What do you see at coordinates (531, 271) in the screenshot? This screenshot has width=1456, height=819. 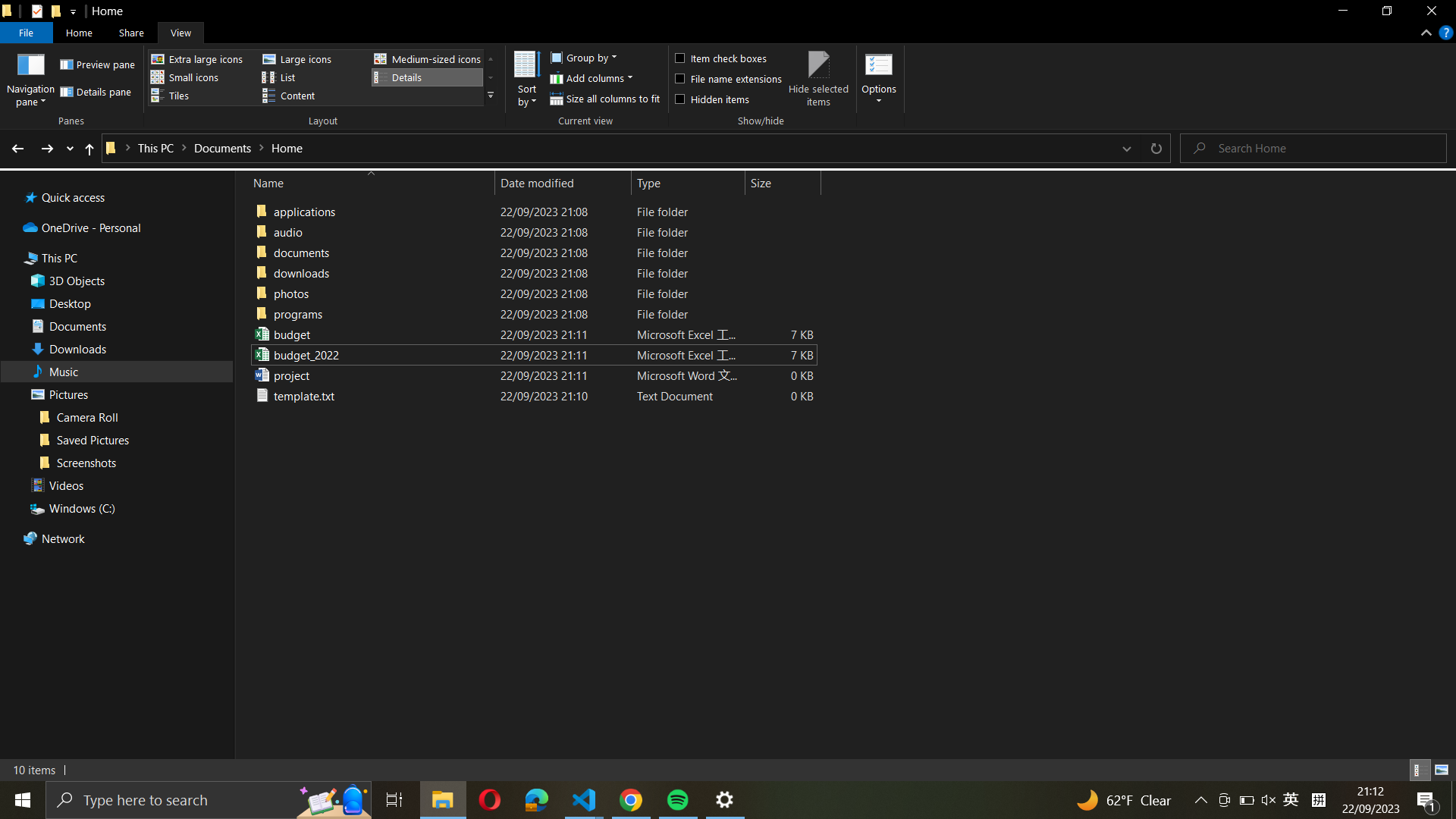 I see `Arrange the files by name in "documents" folder` at bounding box center [531, 271].